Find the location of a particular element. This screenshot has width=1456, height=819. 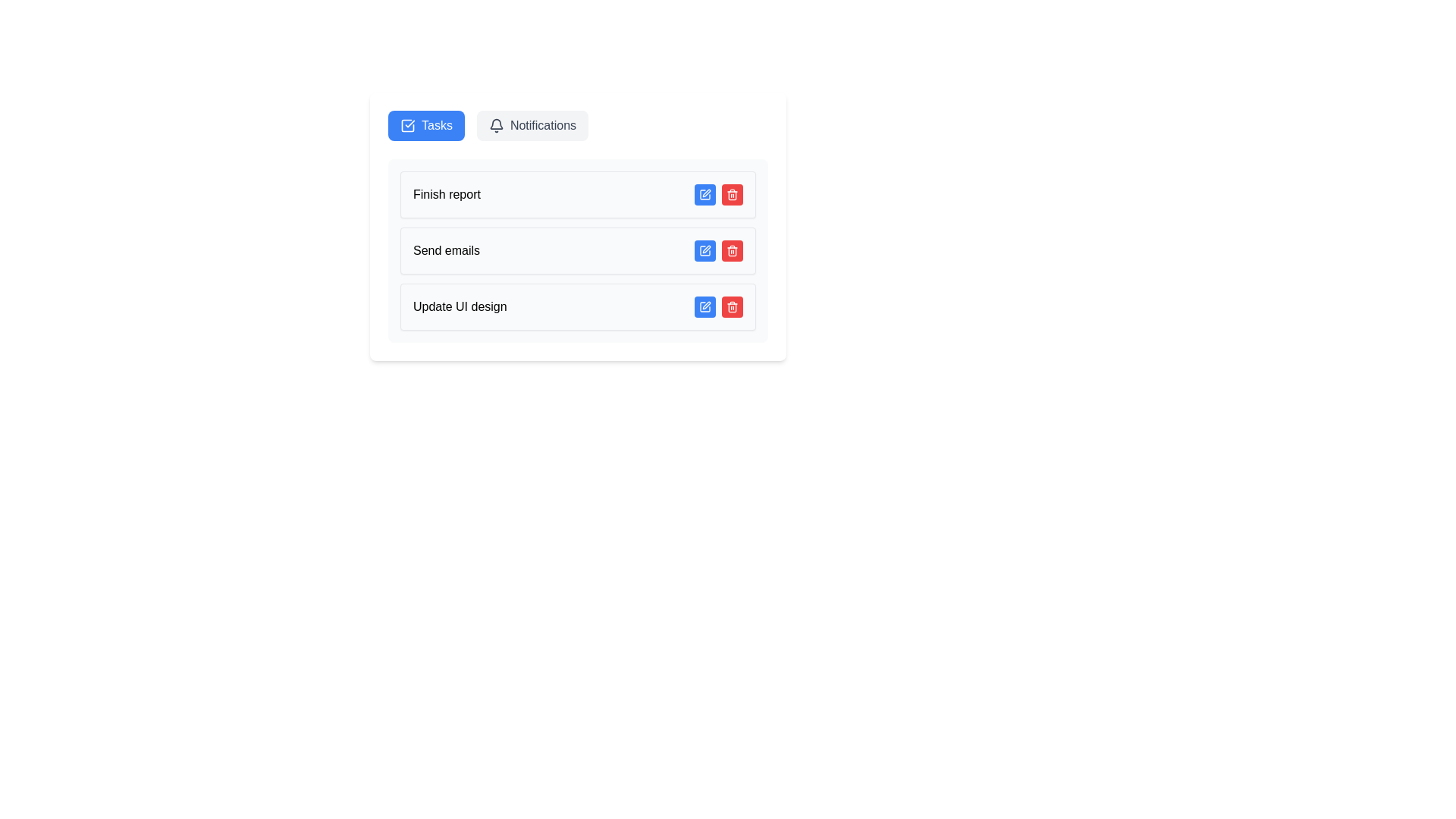

the third item is located at coordinates (577, 307).